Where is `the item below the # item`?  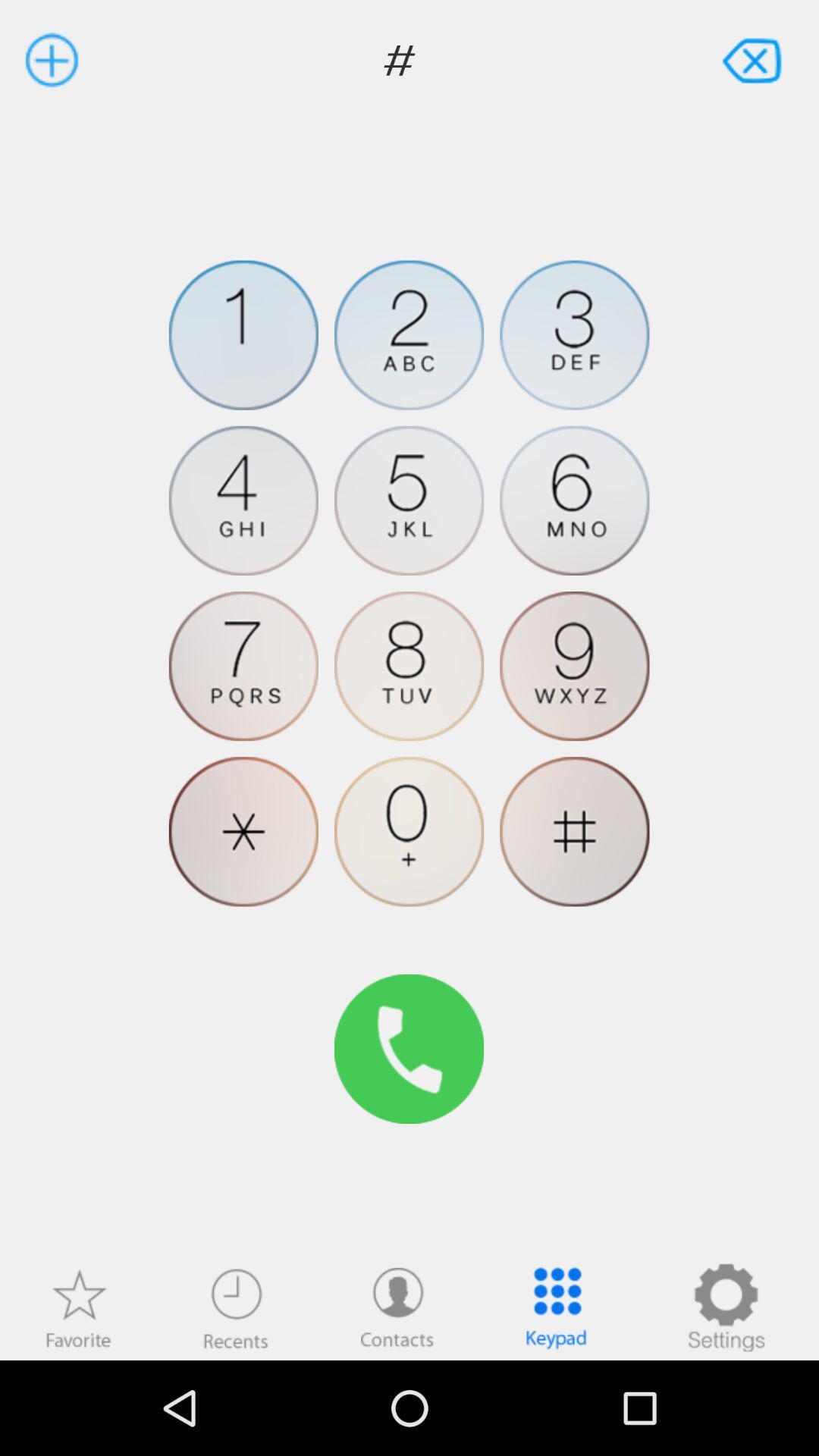
the item below the # item is located at coordinates (243, 334).